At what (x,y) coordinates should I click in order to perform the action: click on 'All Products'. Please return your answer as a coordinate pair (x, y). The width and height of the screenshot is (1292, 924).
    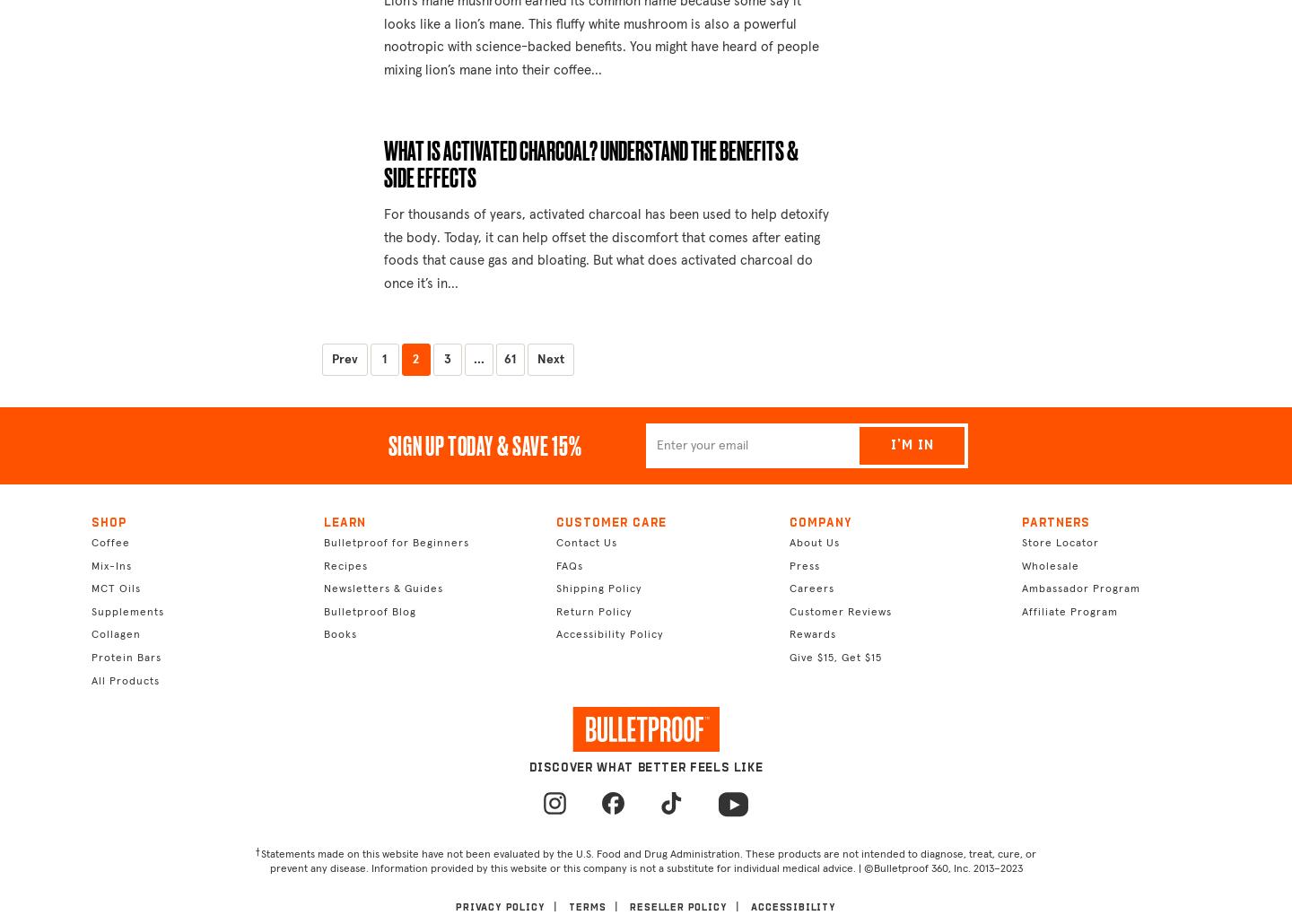
    Looking at the image, I should click on (124, 681).